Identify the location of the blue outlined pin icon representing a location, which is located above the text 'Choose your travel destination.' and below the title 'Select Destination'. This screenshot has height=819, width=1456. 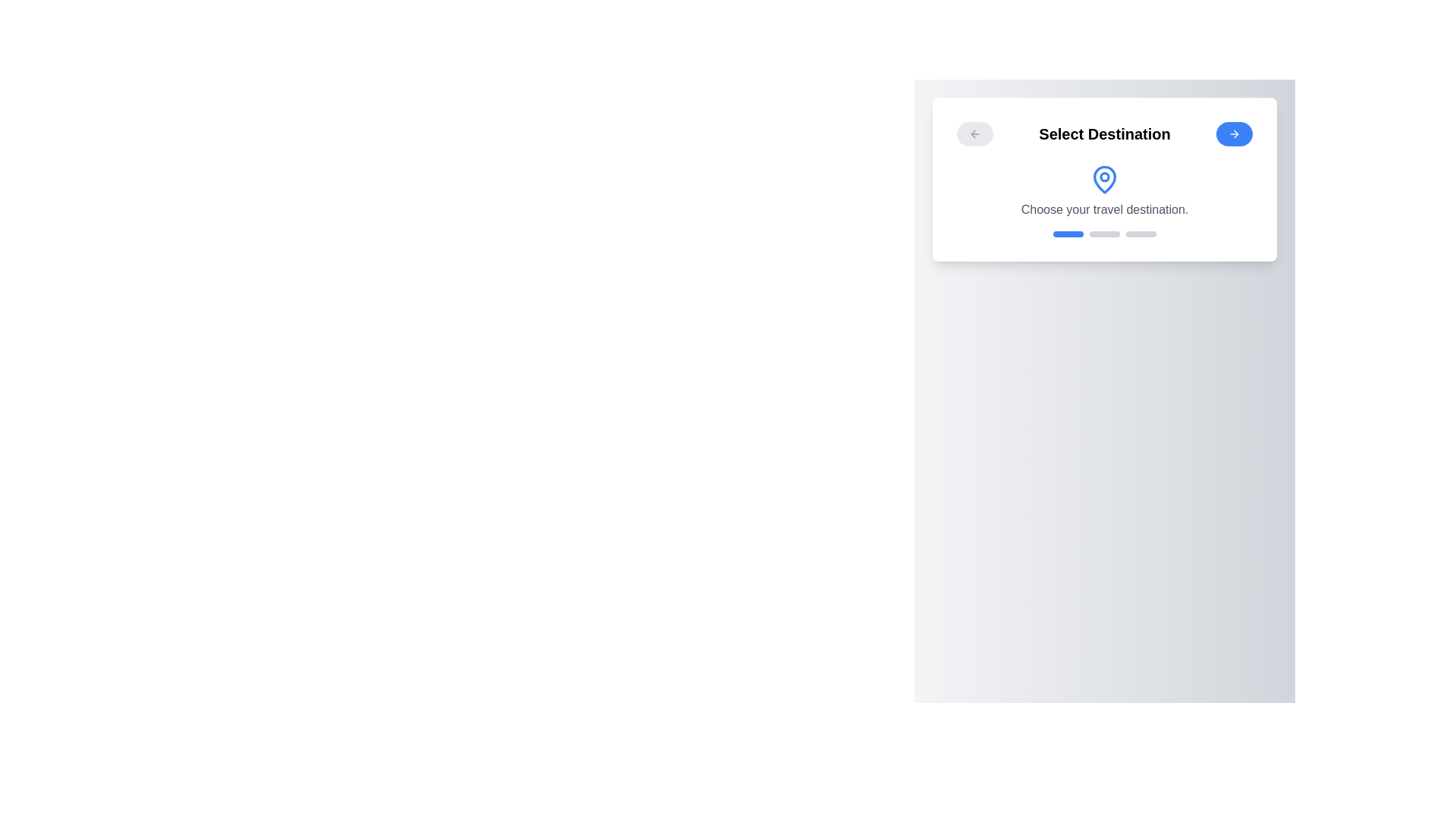
(1105, 177).